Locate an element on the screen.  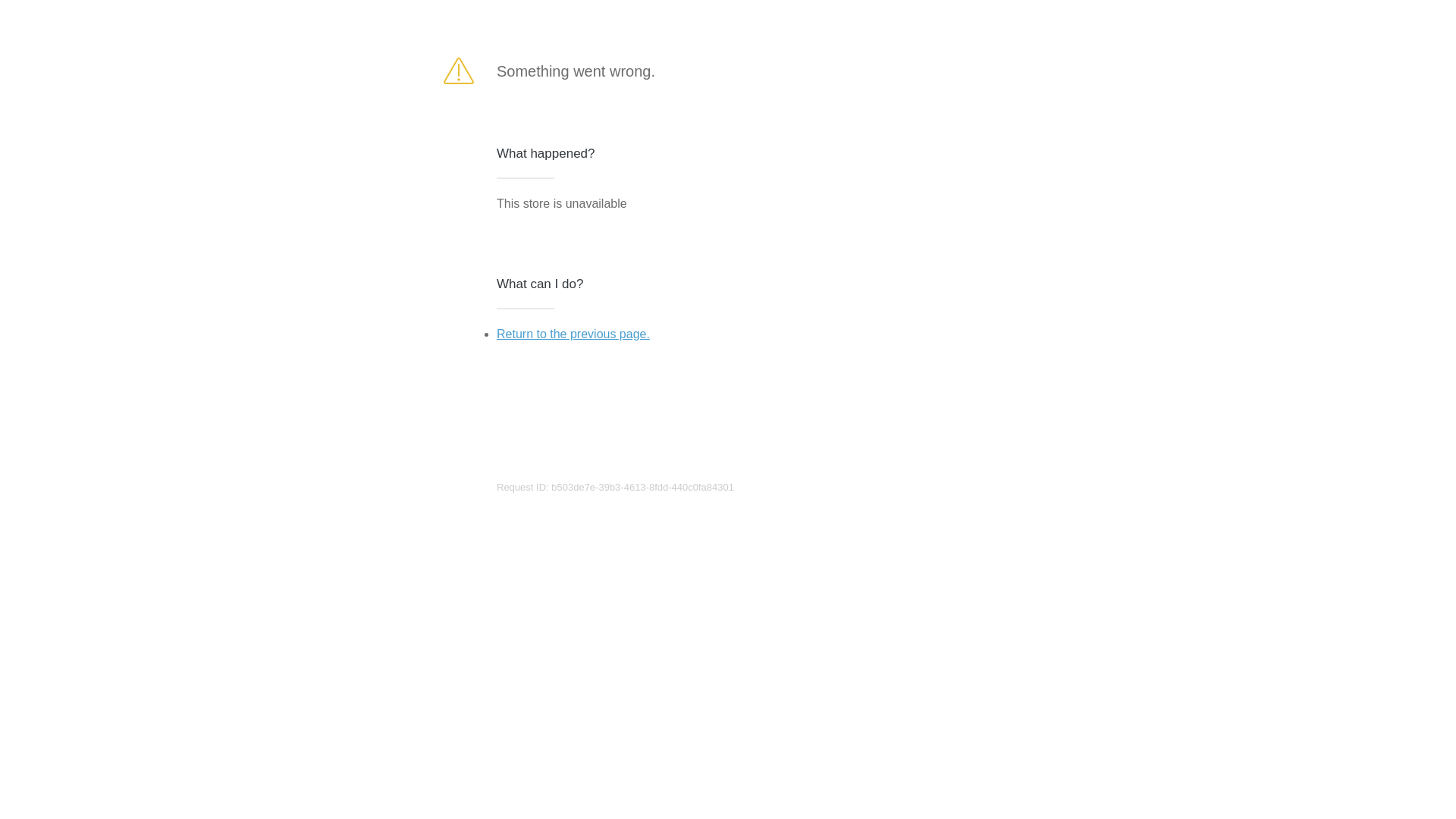
'Return to the previous page.' is located at coordinates (572, 333).